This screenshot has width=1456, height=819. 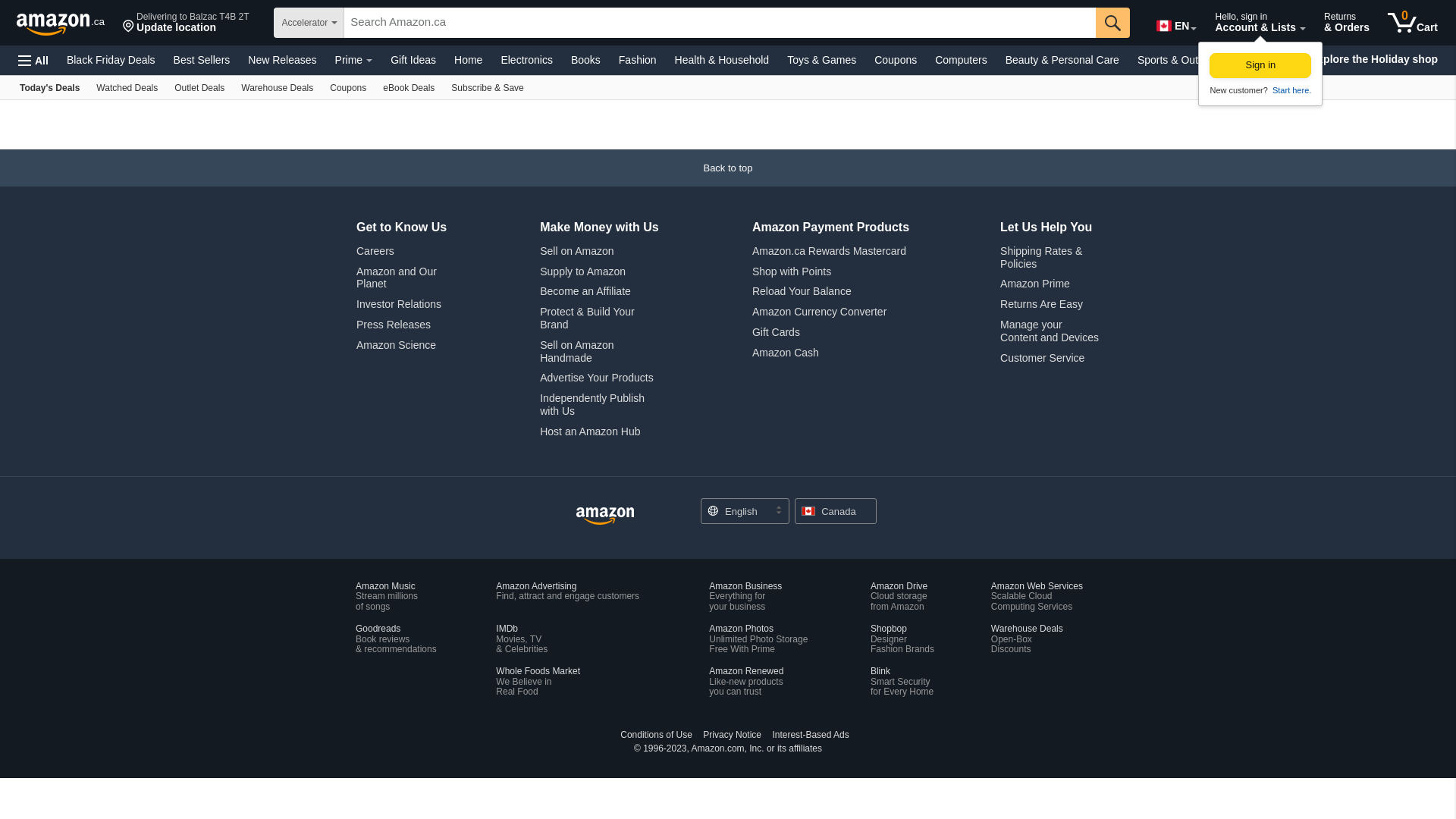 I want to click on 'Manage your Content and Devices', so click(x=1000, y=330).